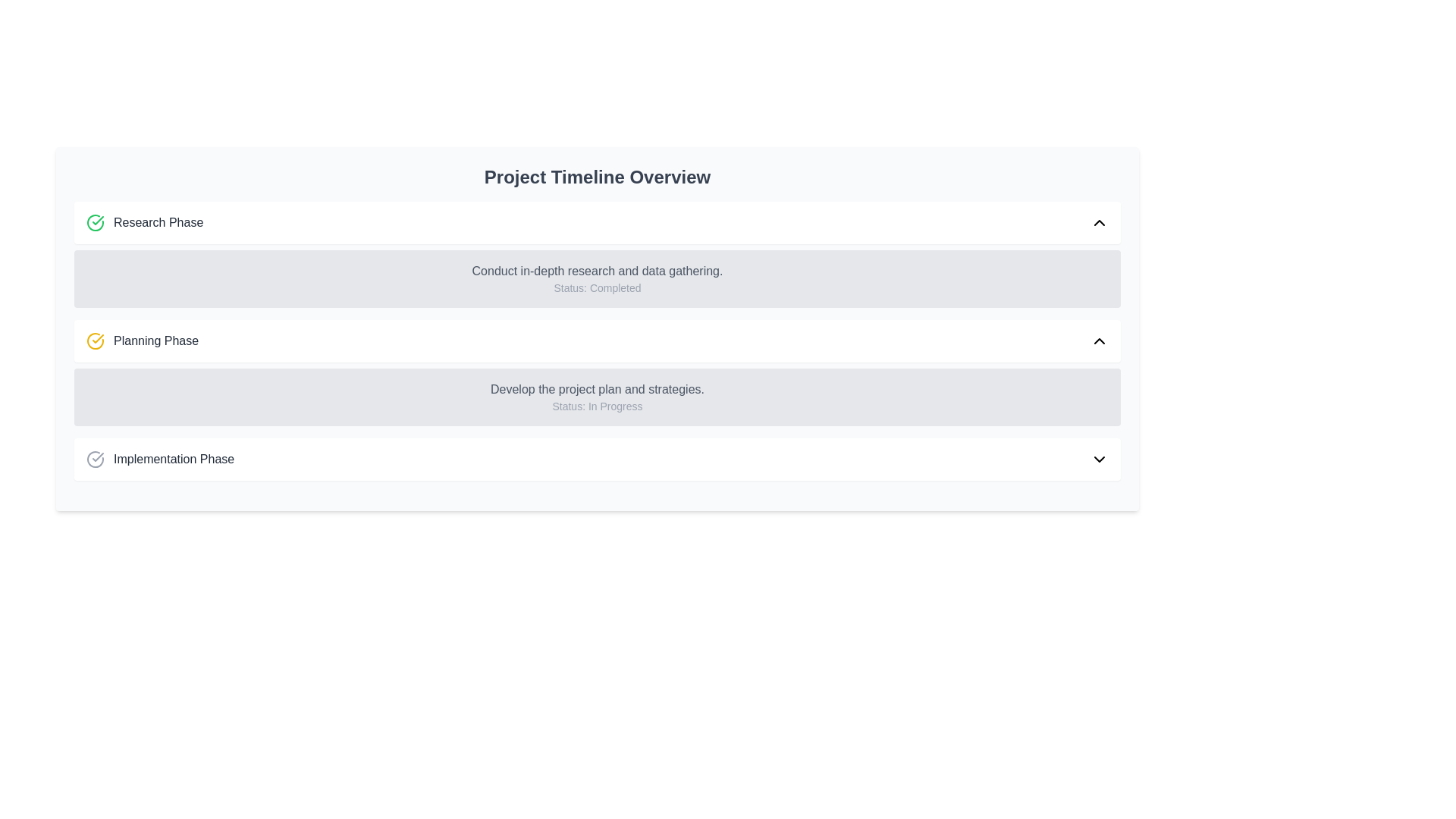  What do you see at coordinates (174, 458) in the screenshot?
I see `the static text label displaying 'Implementation Phase', located on the third line of the project timeline overview` at bounding box center [174, 458].